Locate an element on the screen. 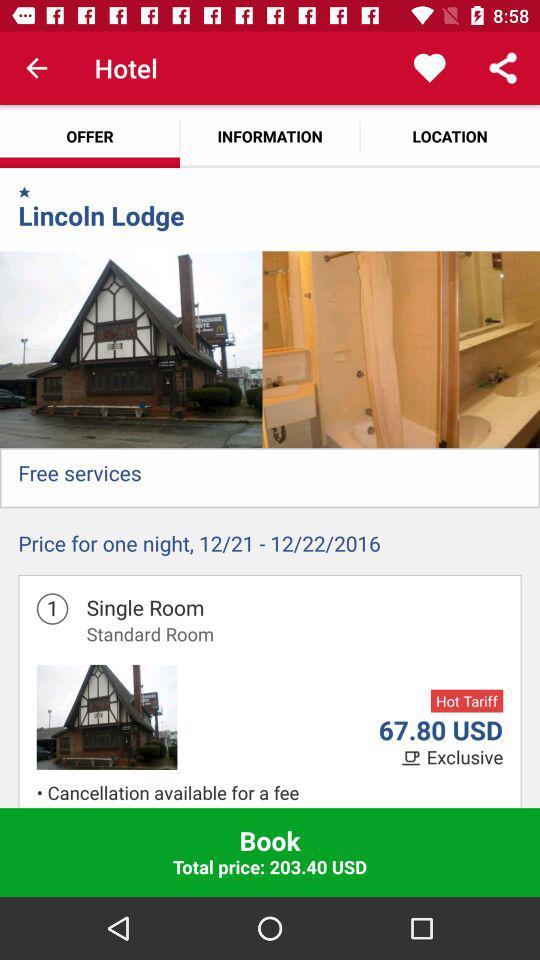  the icon next to 1 icon is located at coordinates (149, 633).